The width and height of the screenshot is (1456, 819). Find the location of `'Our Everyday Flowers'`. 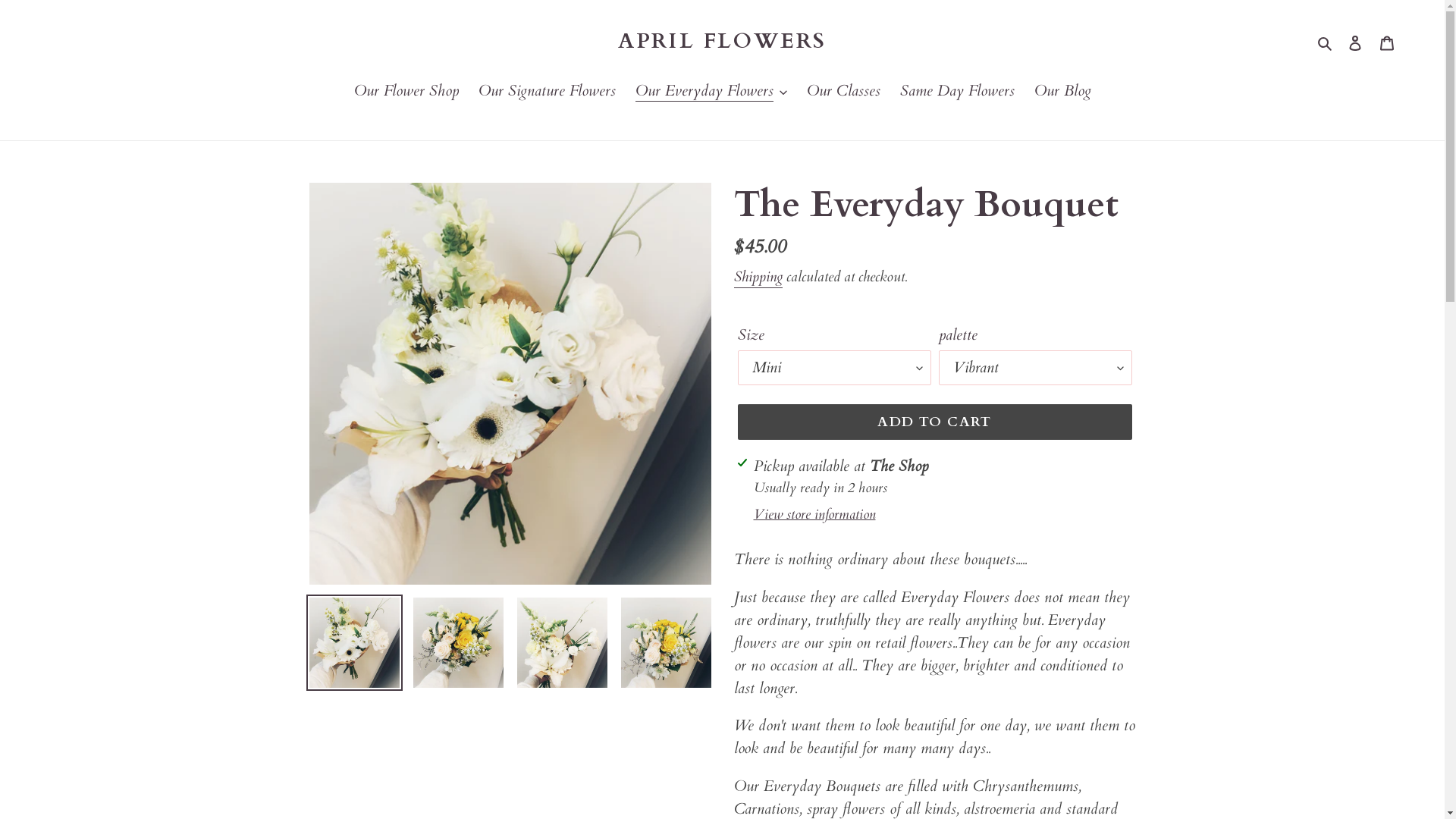

'Our Everyday Flowers' is located at coordinates (710, 92).